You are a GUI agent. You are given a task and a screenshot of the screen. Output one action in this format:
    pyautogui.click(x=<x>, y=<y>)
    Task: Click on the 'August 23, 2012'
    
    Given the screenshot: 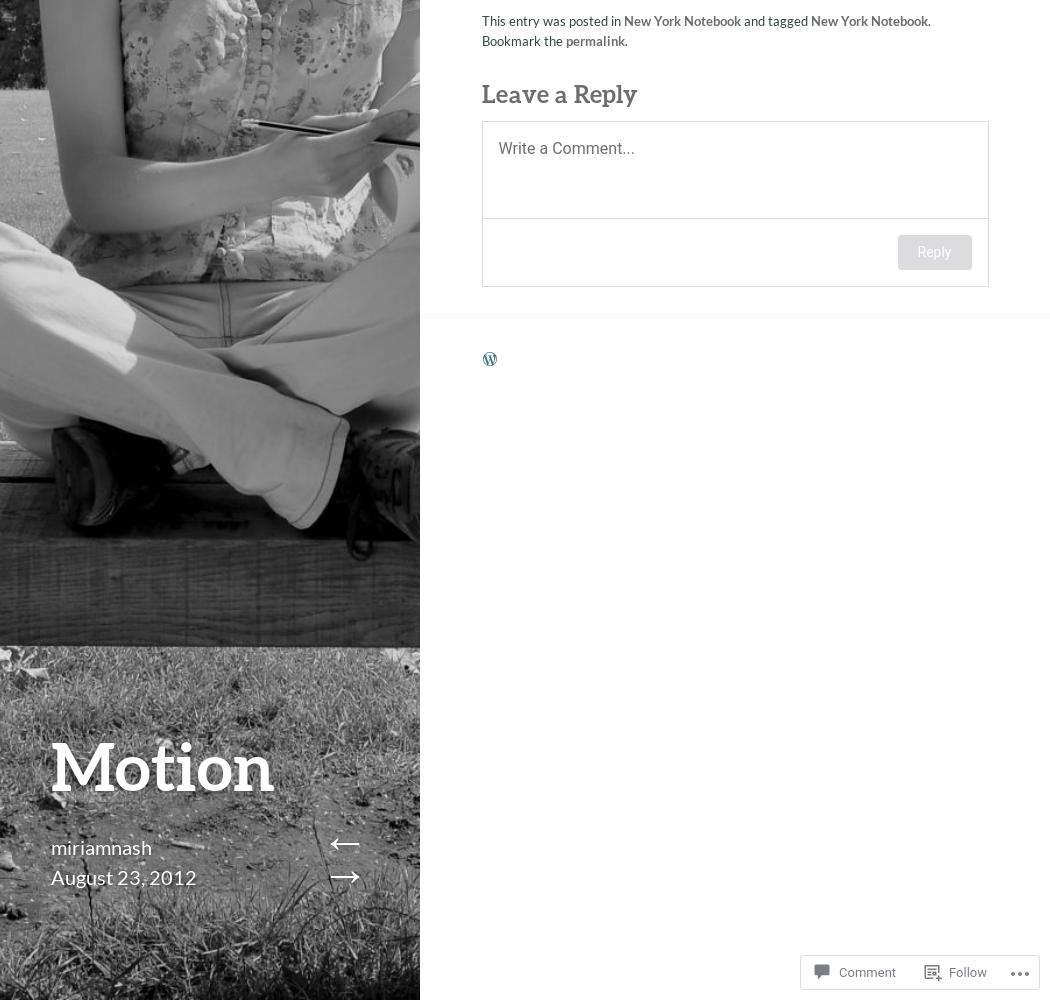 What is the action you would take?
    pyautogui.click(x=123, y=877)
    